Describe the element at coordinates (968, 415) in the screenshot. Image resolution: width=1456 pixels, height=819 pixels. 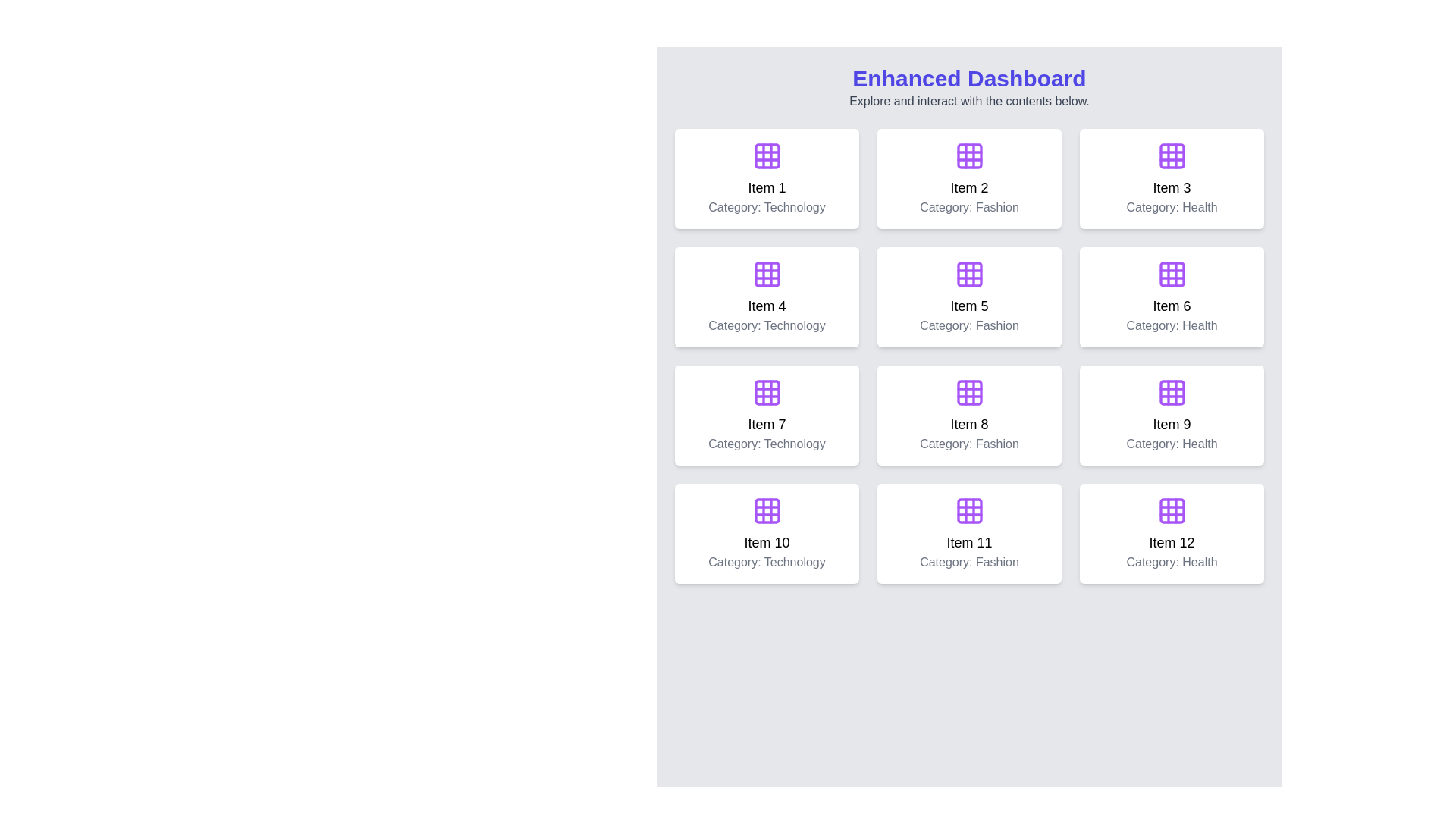
I see `the Fashion category card located in the third row and second column of the 4x3 grid layout` at that location.